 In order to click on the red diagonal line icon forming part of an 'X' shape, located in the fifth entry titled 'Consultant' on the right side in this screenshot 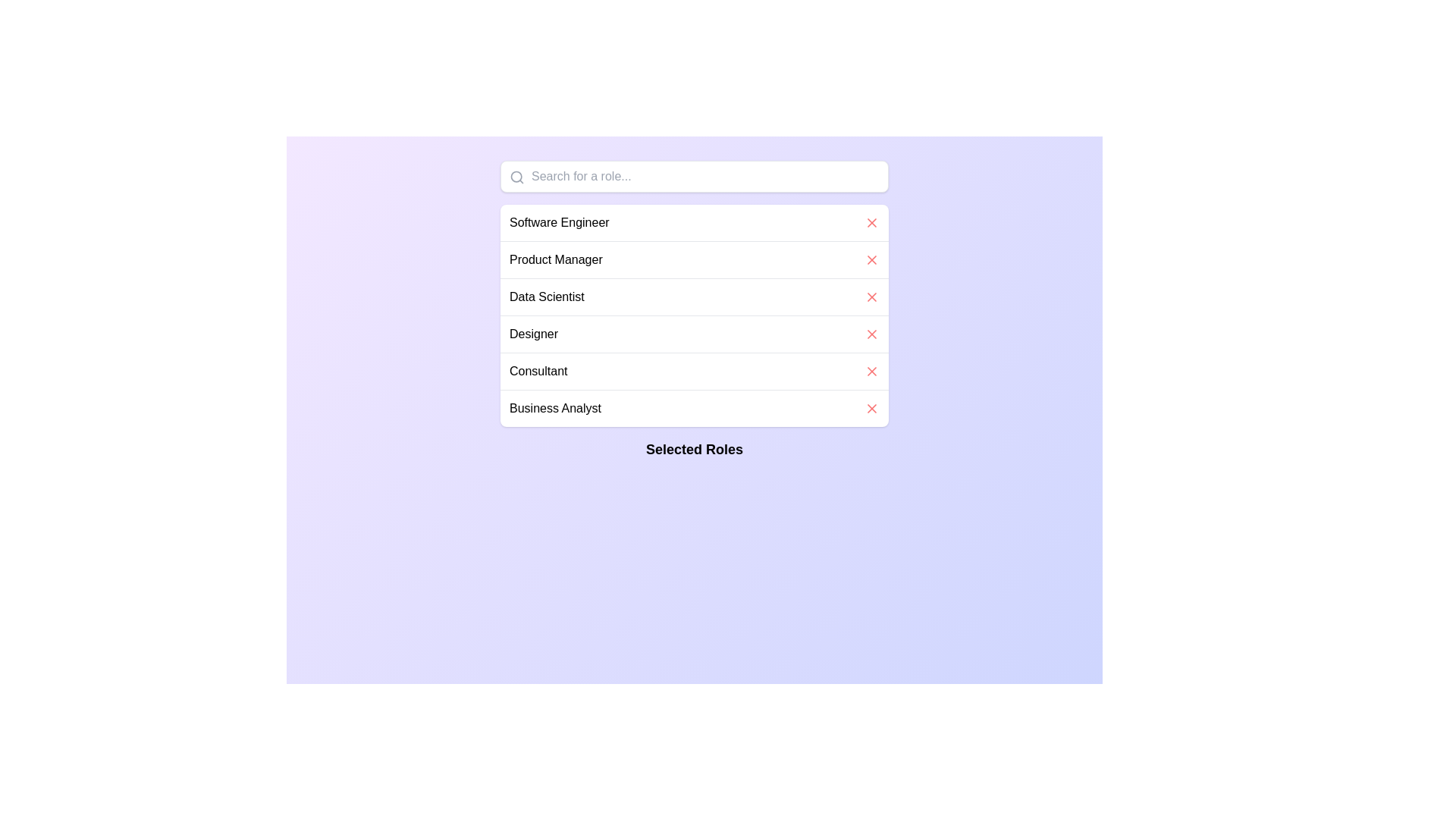, I will do `click(872, 371)`.